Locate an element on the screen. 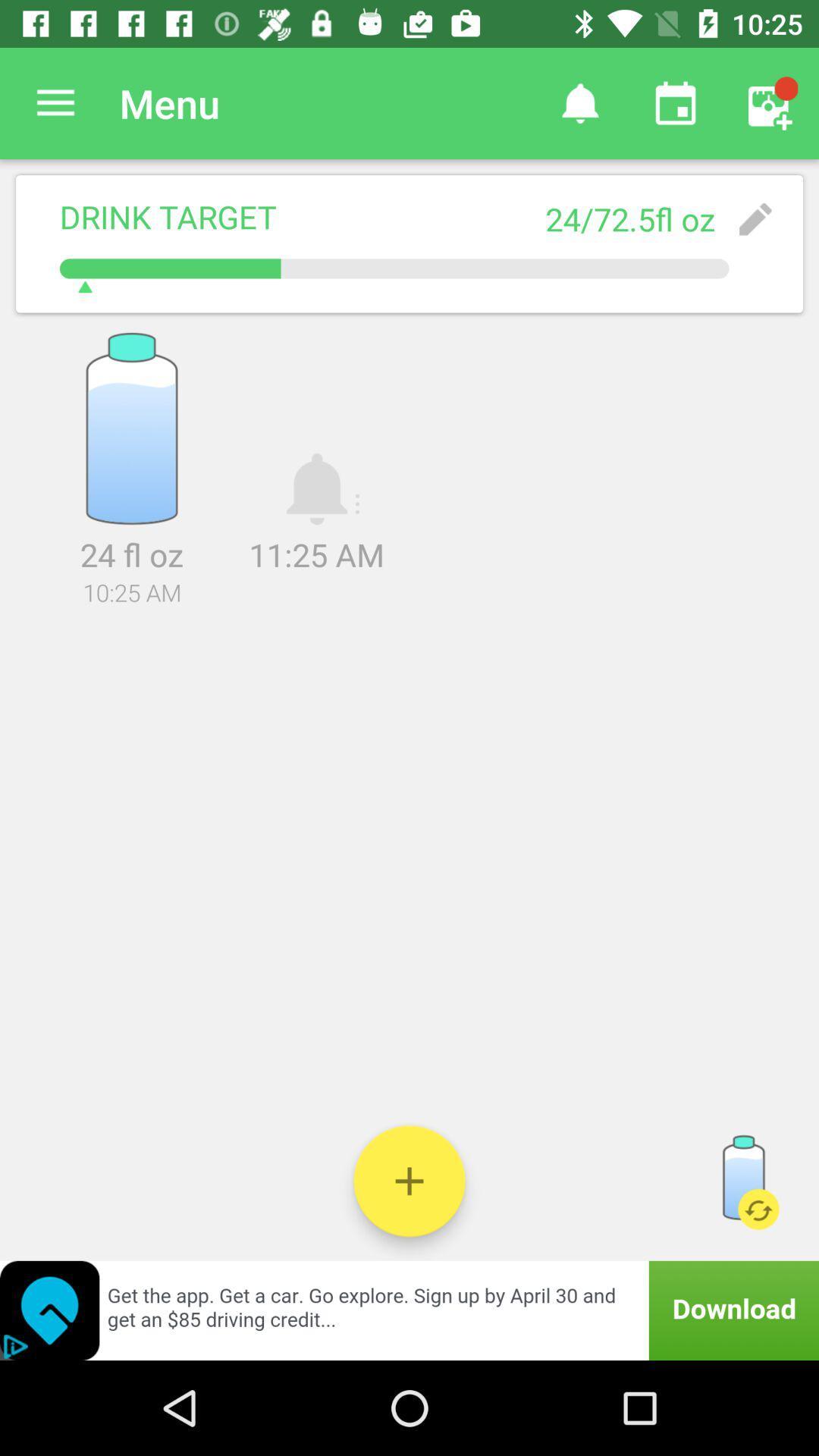  download advertisement app is located at coordinates (409, 1310).